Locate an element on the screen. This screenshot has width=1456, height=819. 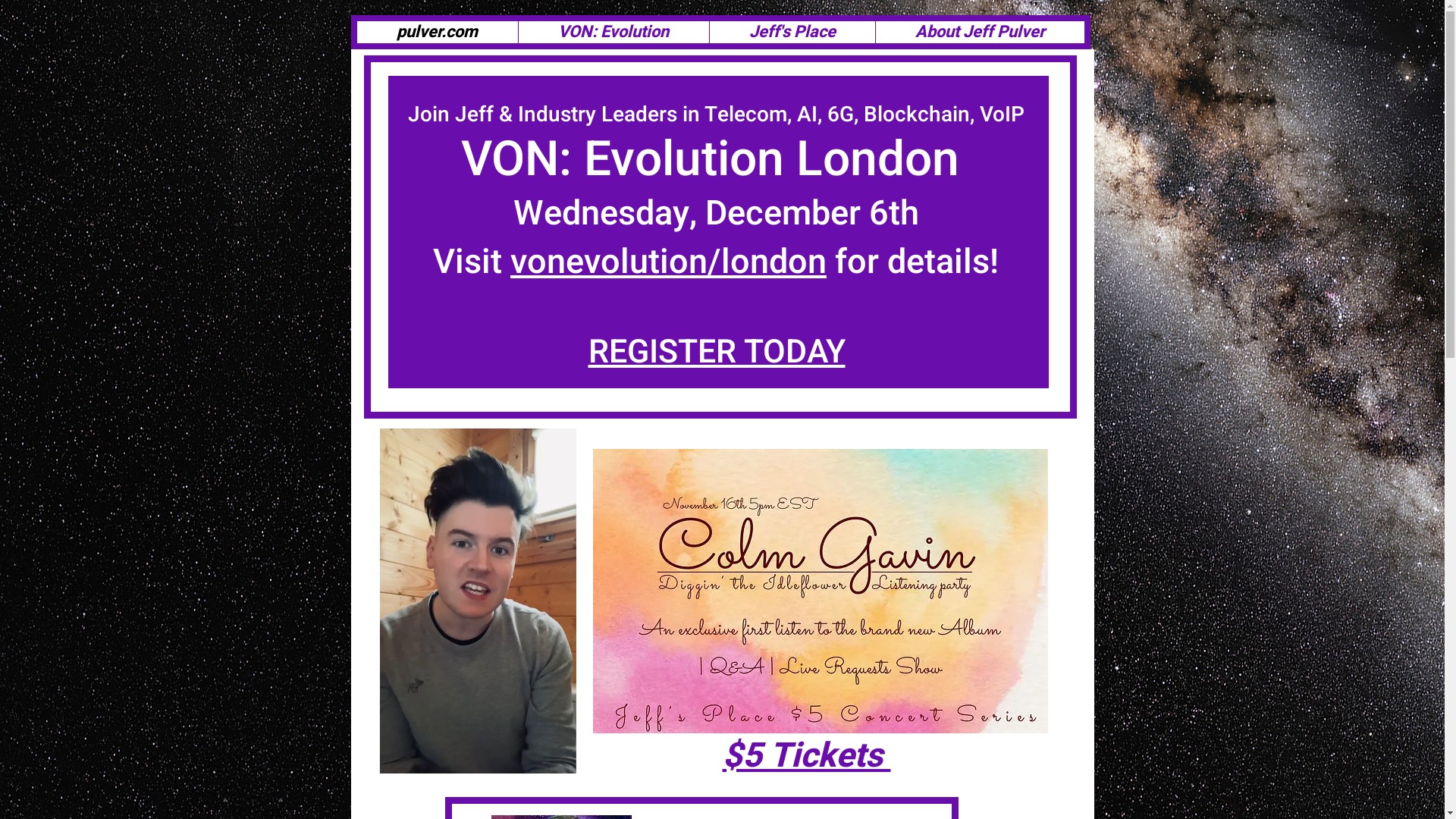
'vonevolution/london' is located at coordinates (667, 262).